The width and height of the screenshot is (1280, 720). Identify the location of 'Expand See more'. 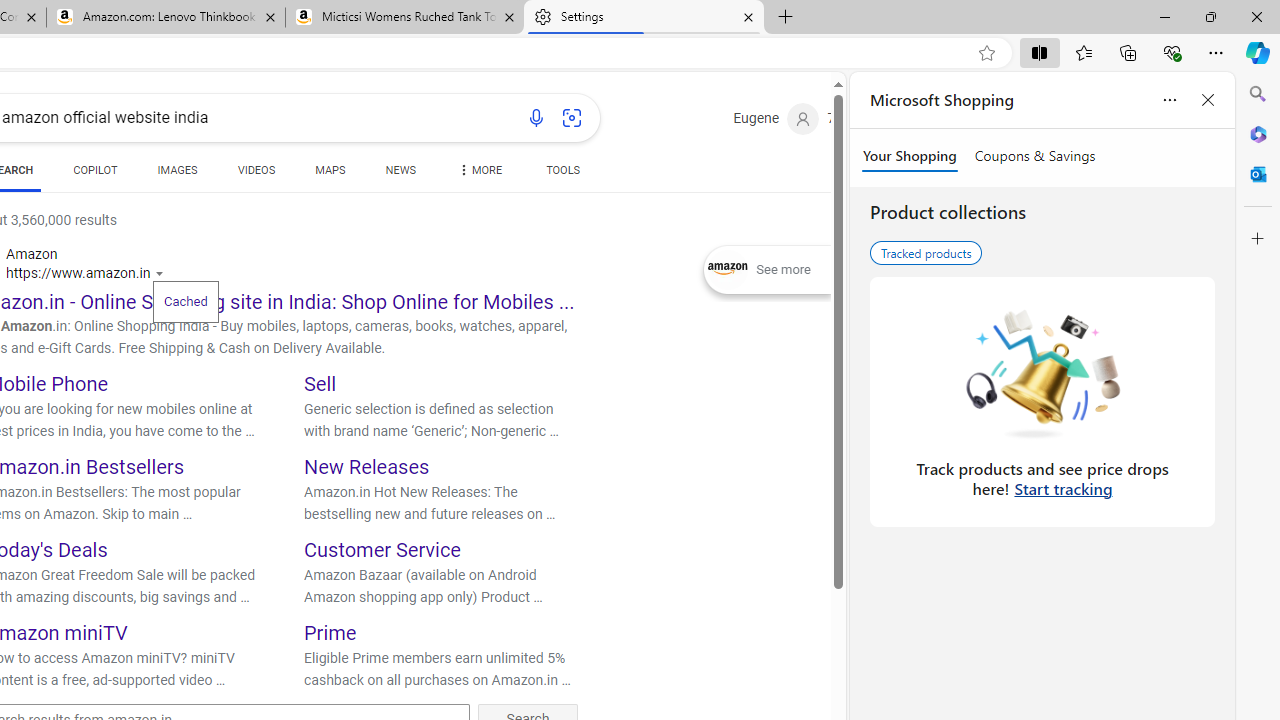
(766, 270).